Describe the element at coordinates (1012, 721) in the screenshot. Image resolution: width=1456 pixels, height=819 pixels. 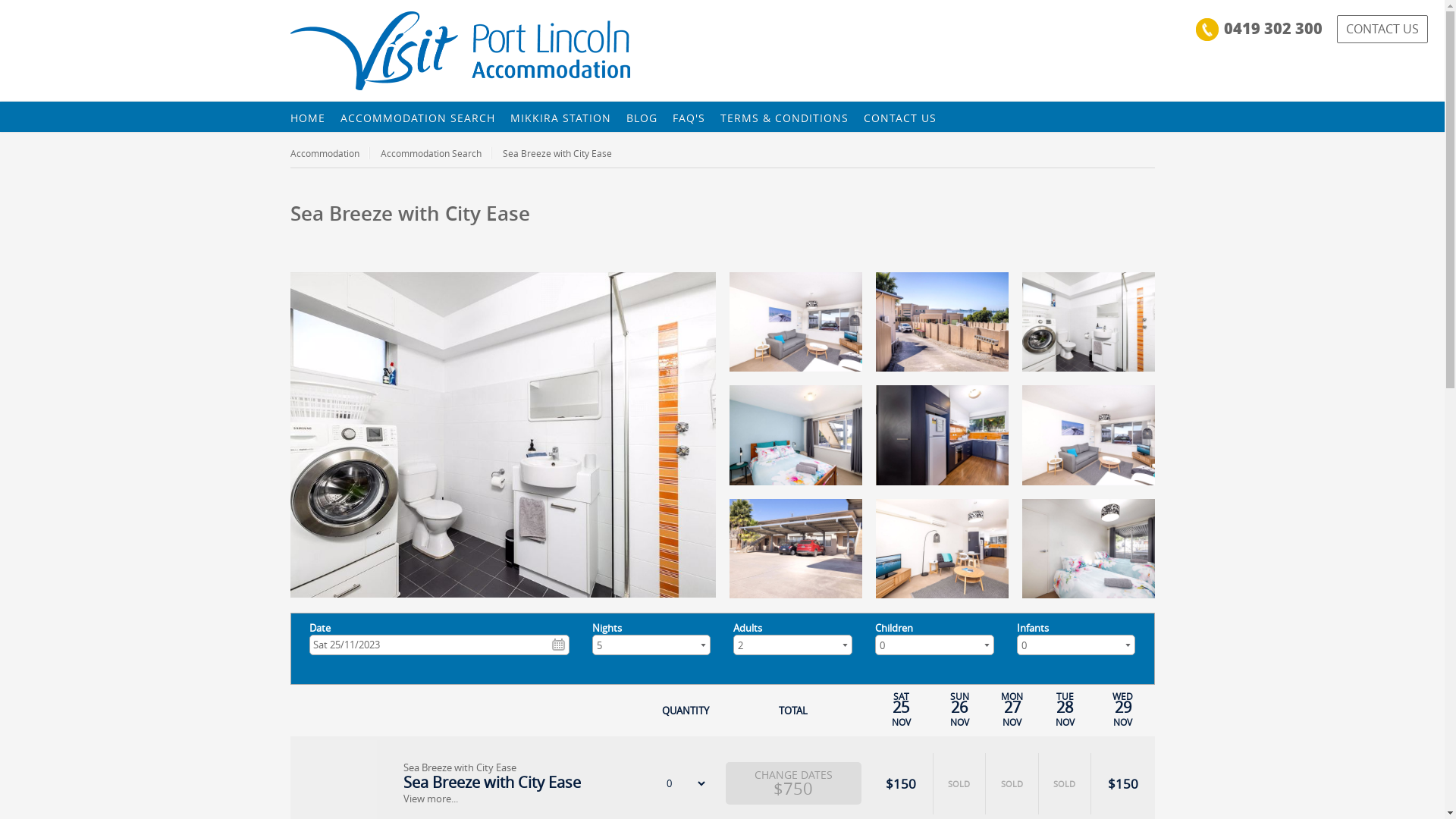
I see `'NOV'` at that location.